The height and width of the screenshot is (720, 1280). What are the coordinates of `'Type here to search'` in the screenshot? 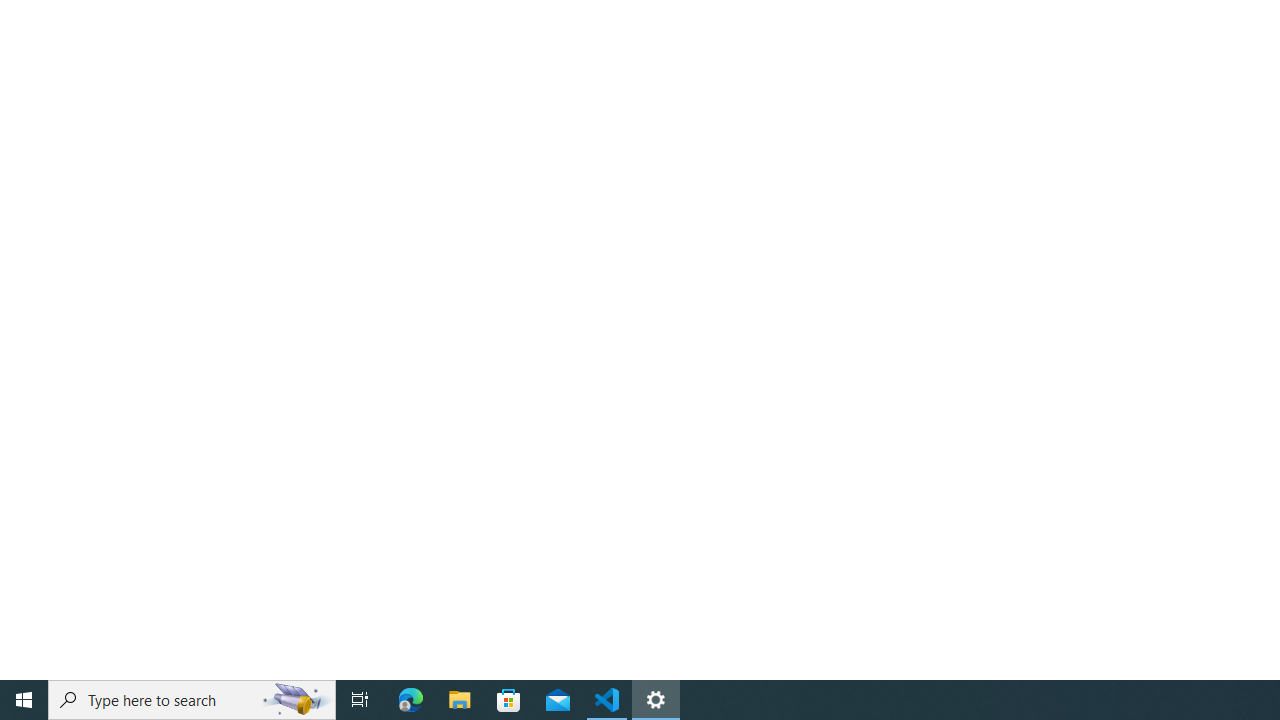 It's located at (192, 698).